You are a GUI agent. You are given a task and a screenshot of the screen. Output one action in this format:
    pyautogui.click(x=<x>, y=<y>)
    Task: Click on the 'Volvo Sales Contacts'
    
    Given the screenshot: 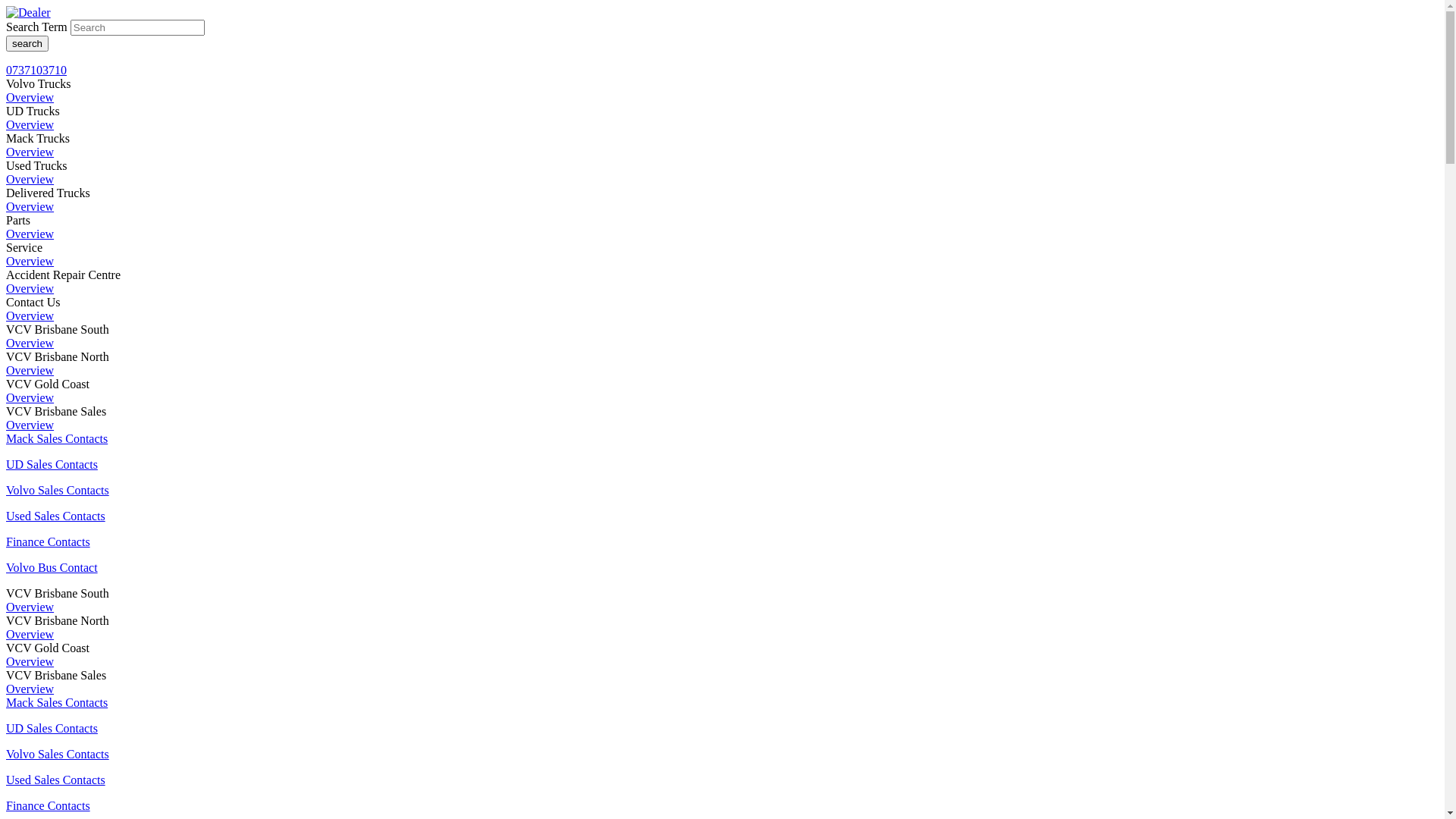 What is the action you would take?
    pyautogui.click(x=58, y=754)
    